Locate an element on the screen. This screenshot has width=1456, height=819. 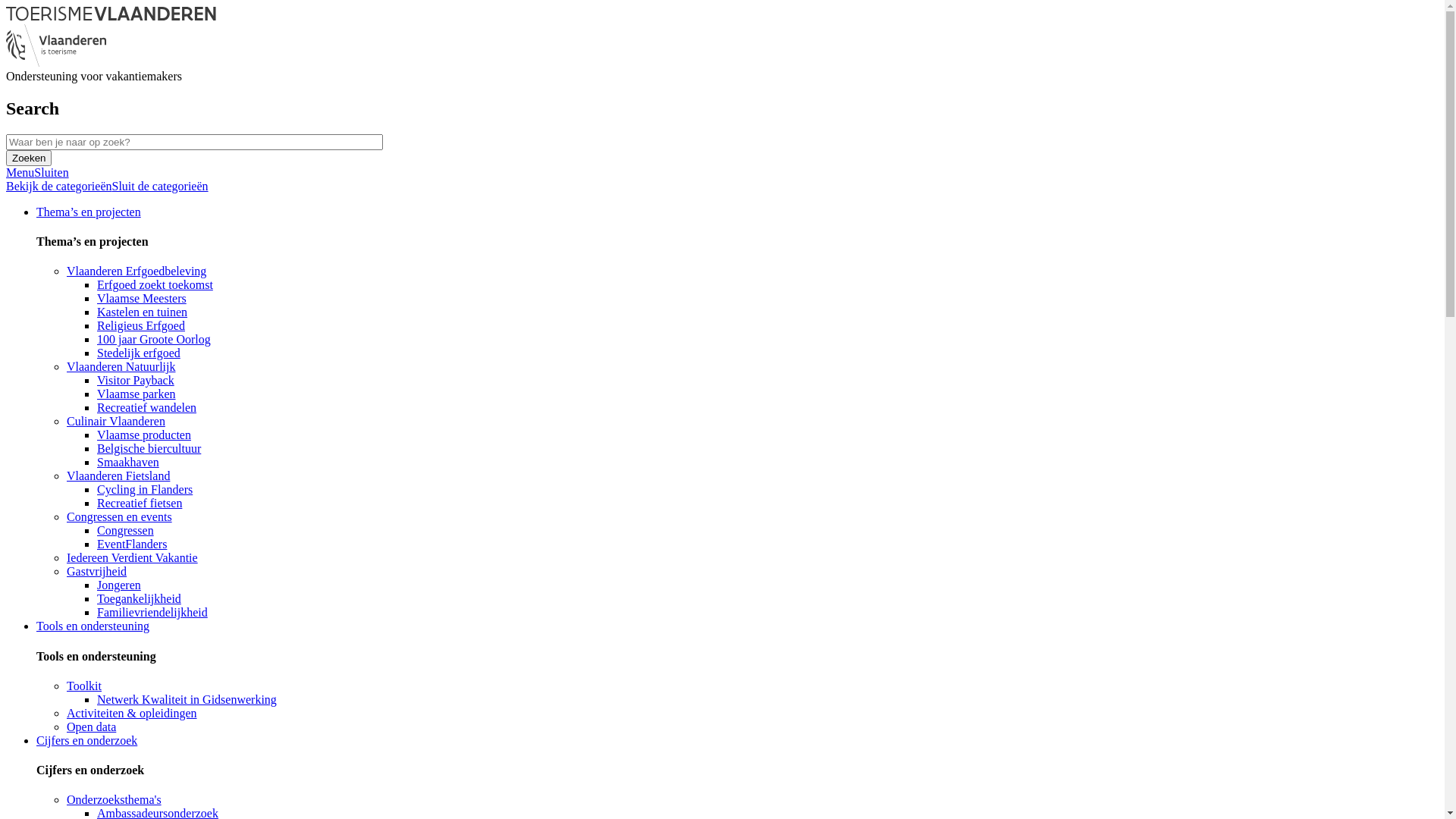
'Congressen' is located at coordinates (96, 529).